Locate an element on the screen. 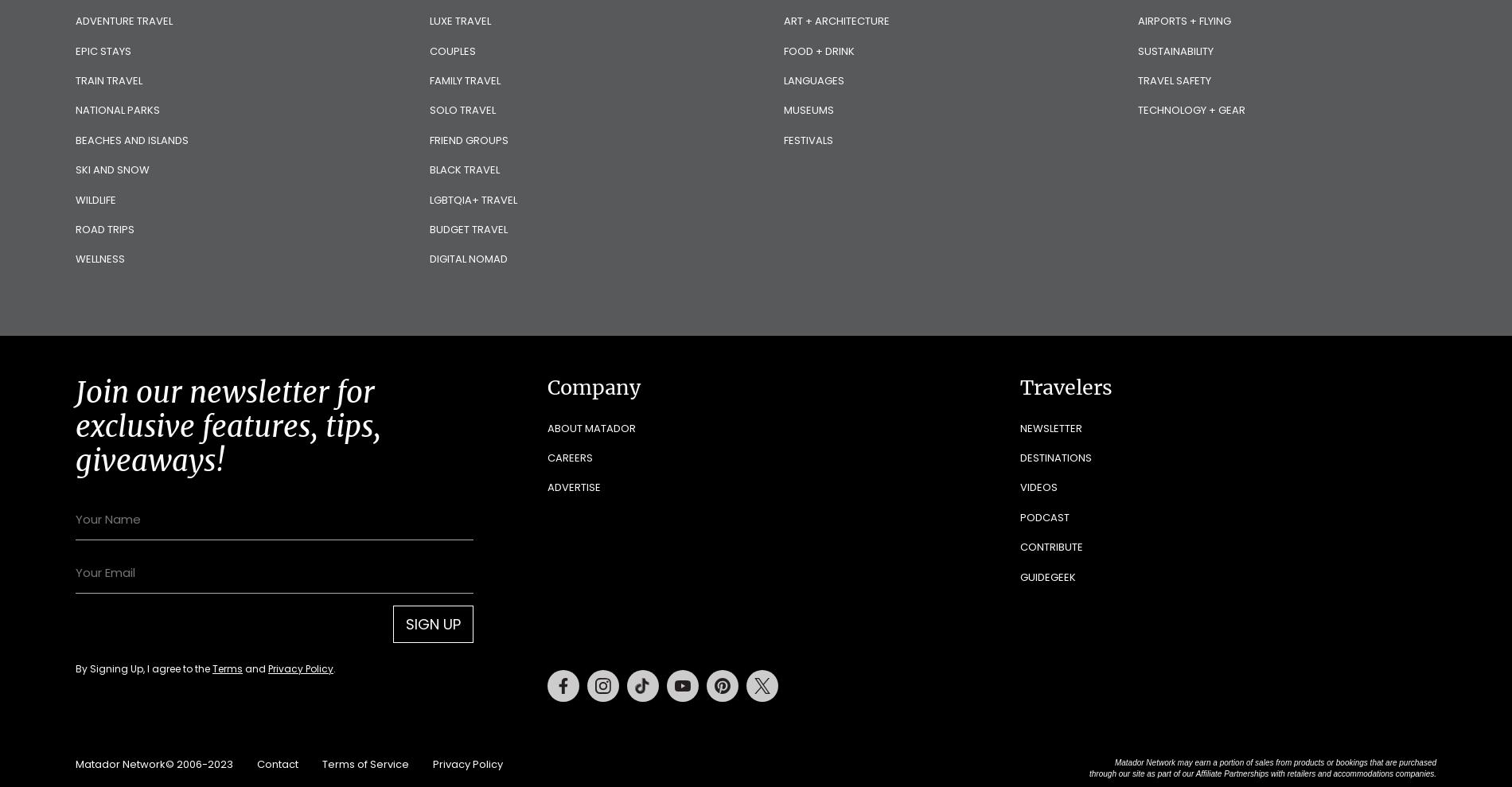  'Tiktok' is located at coordinates (674, 677).